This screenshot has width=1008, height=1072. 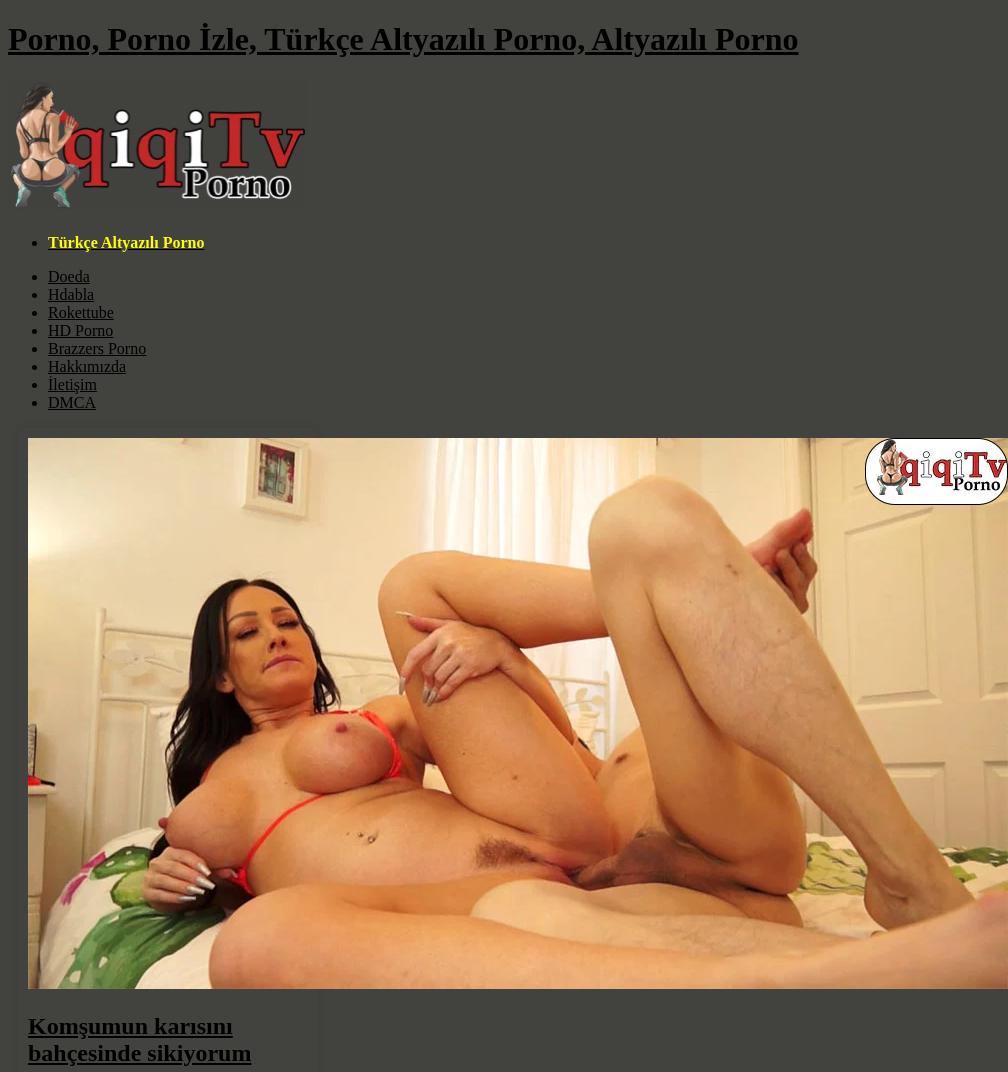 What do you see at coordinates (402, 38) in the screenshot?
I see `'Porno, Porno İzle, Türkçe Altyazılı Porno, Altyazılı Porno'` at bounding box center [402, 38].